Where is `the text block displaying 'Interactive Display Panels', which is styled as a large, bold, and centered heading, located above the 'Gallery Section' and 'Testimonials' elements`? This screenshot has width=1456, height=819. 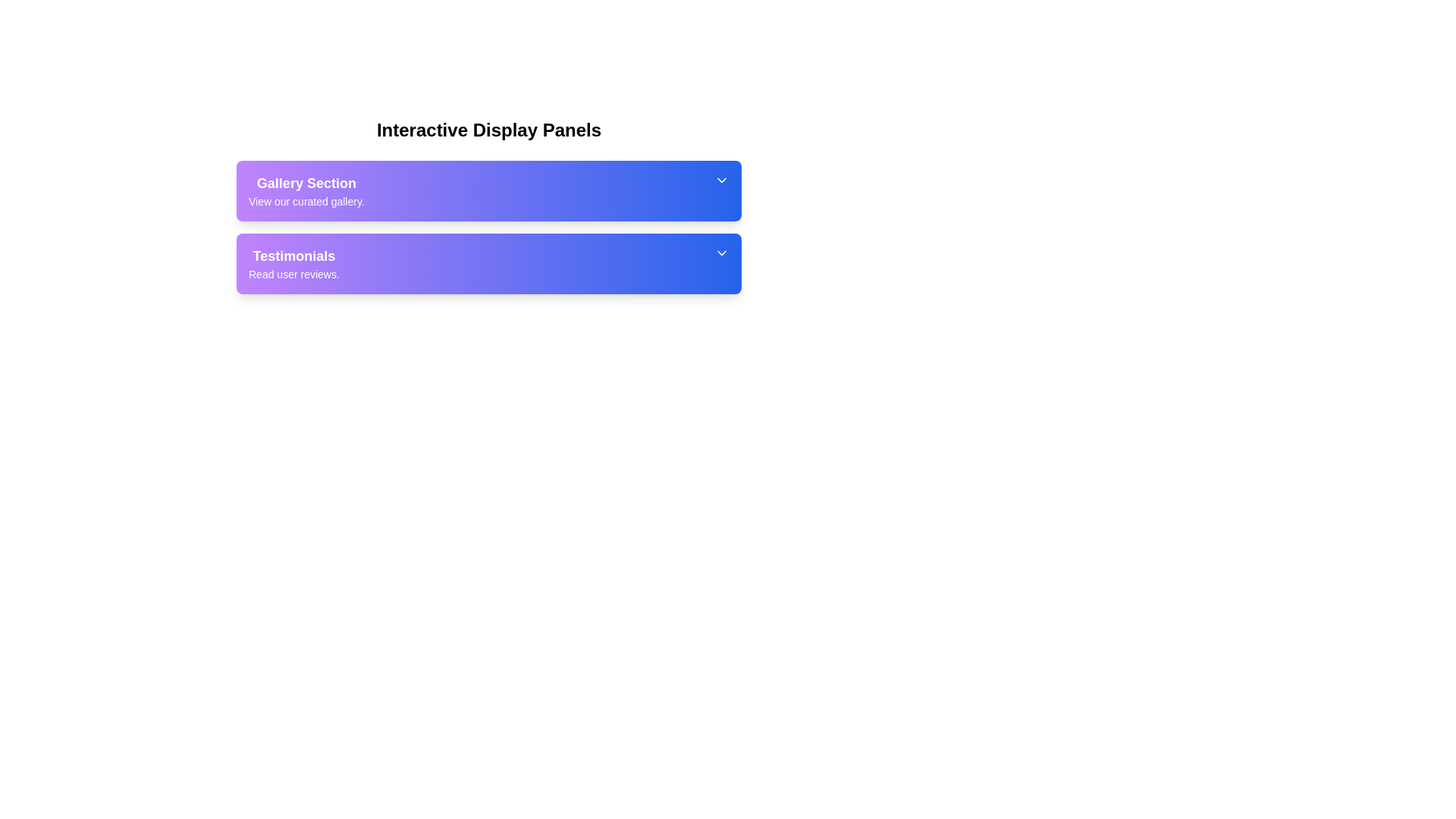 the text block displaying 'Interactive Display Panels', which is styled as a large, bold, and centered heading, located above the 'Gallery Section' and 'Testimonials' elements is located at coordinates (488, 130).